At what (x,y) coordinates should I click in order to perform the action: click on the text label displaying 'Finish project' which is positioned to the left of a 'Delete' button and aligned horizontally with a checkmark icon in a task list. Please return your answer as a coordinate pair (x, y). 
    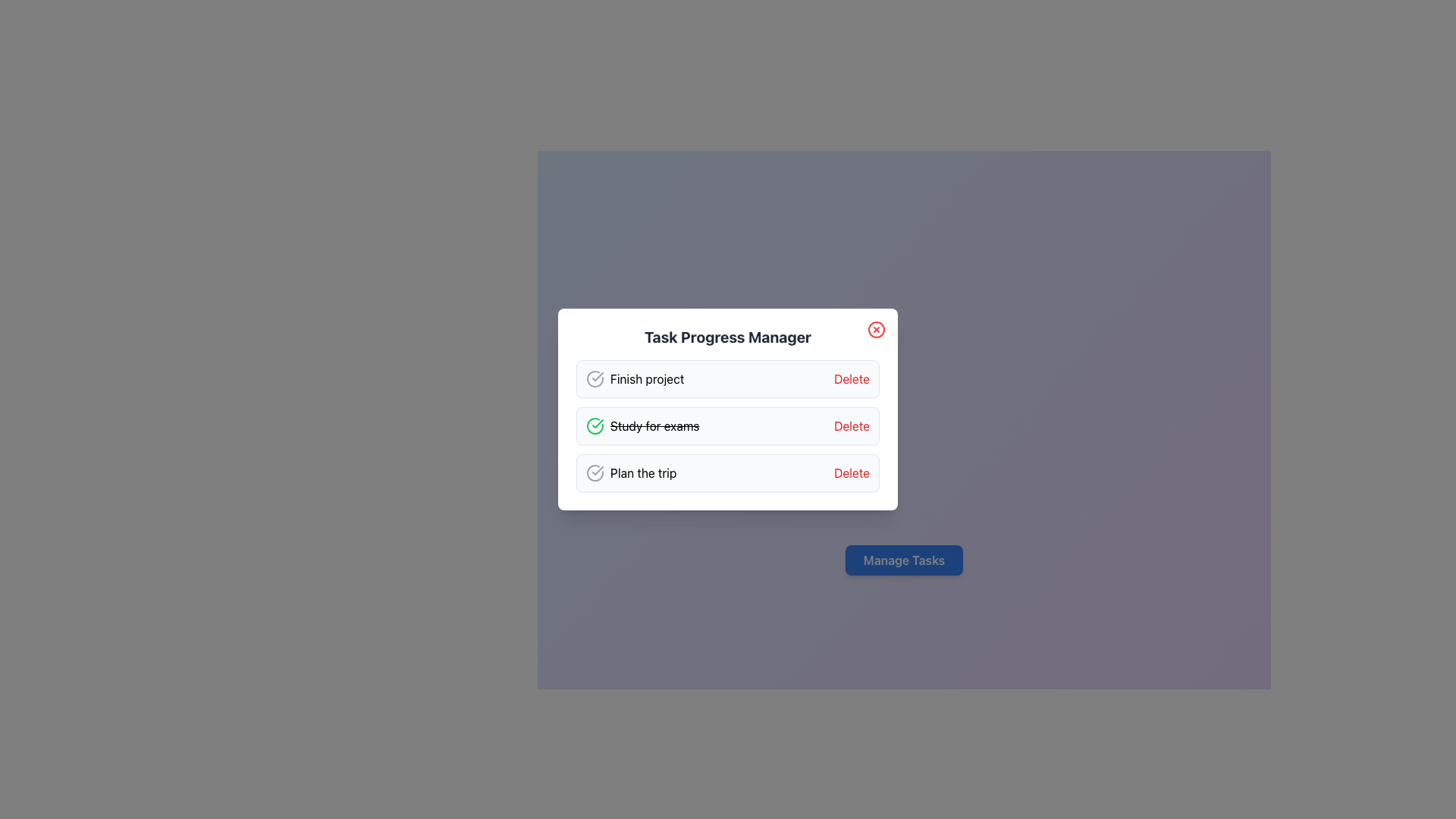
    Looking at the image, I should click on (635, 378).